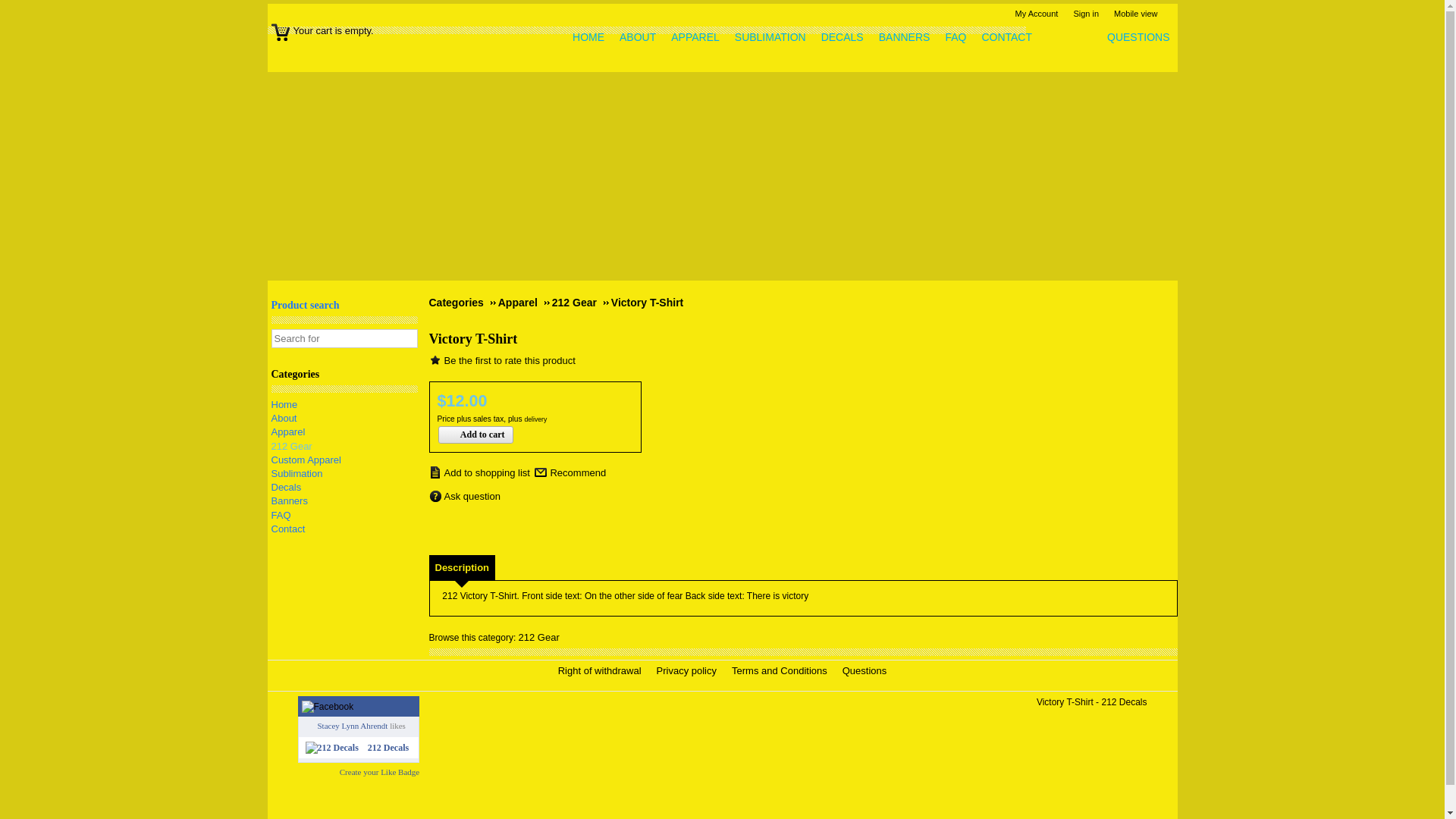  What do you see at coordinates (437, 435) in the screenshot?
I see `'Add to cart'` at bounding box center [437, 435].